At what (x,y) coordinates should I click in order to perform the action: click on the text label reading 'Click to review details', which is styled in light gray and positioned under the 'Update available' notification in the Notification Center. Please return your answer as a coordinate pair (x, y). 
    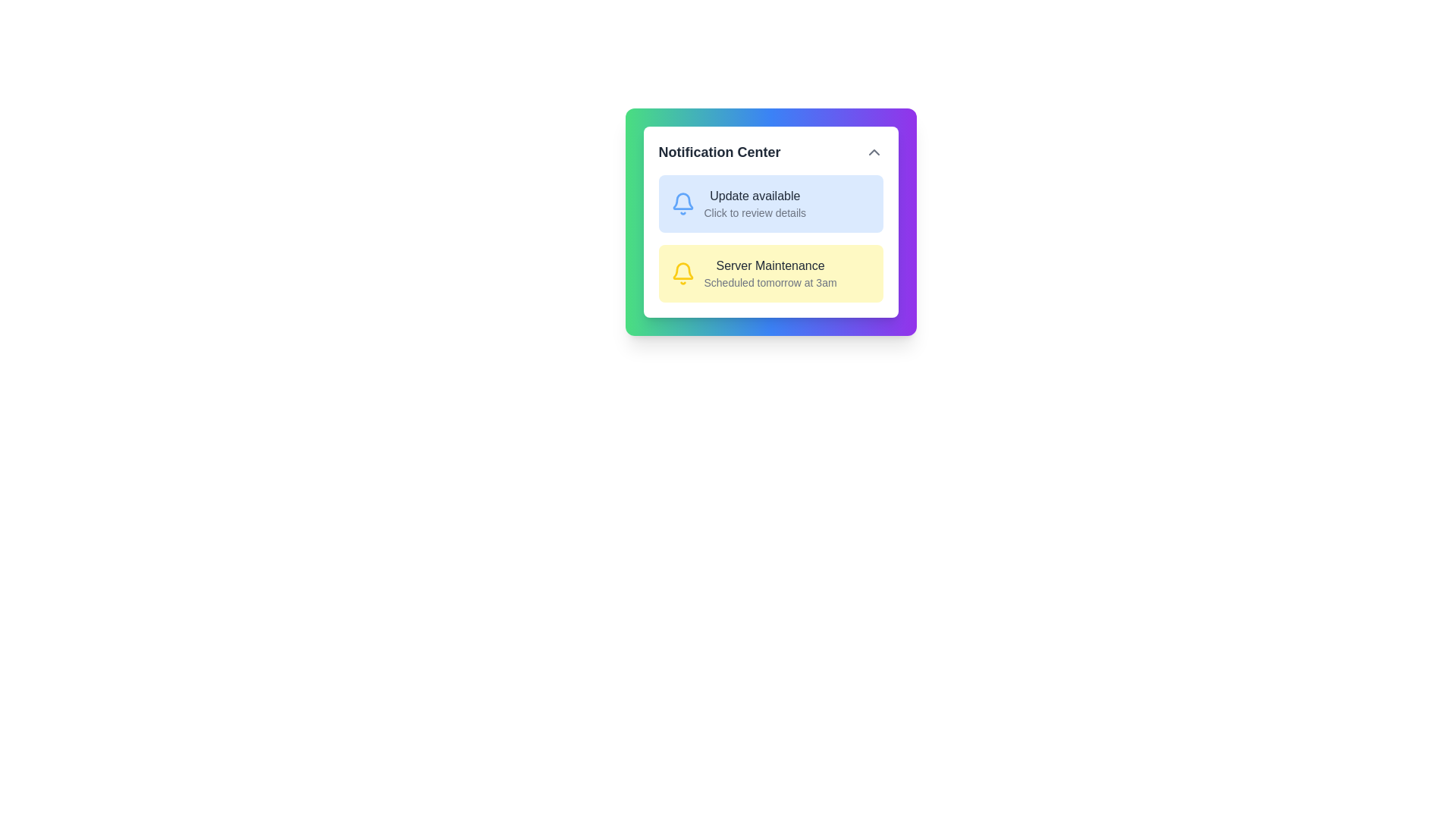
    Looking at the image, I should click on (755, 213).